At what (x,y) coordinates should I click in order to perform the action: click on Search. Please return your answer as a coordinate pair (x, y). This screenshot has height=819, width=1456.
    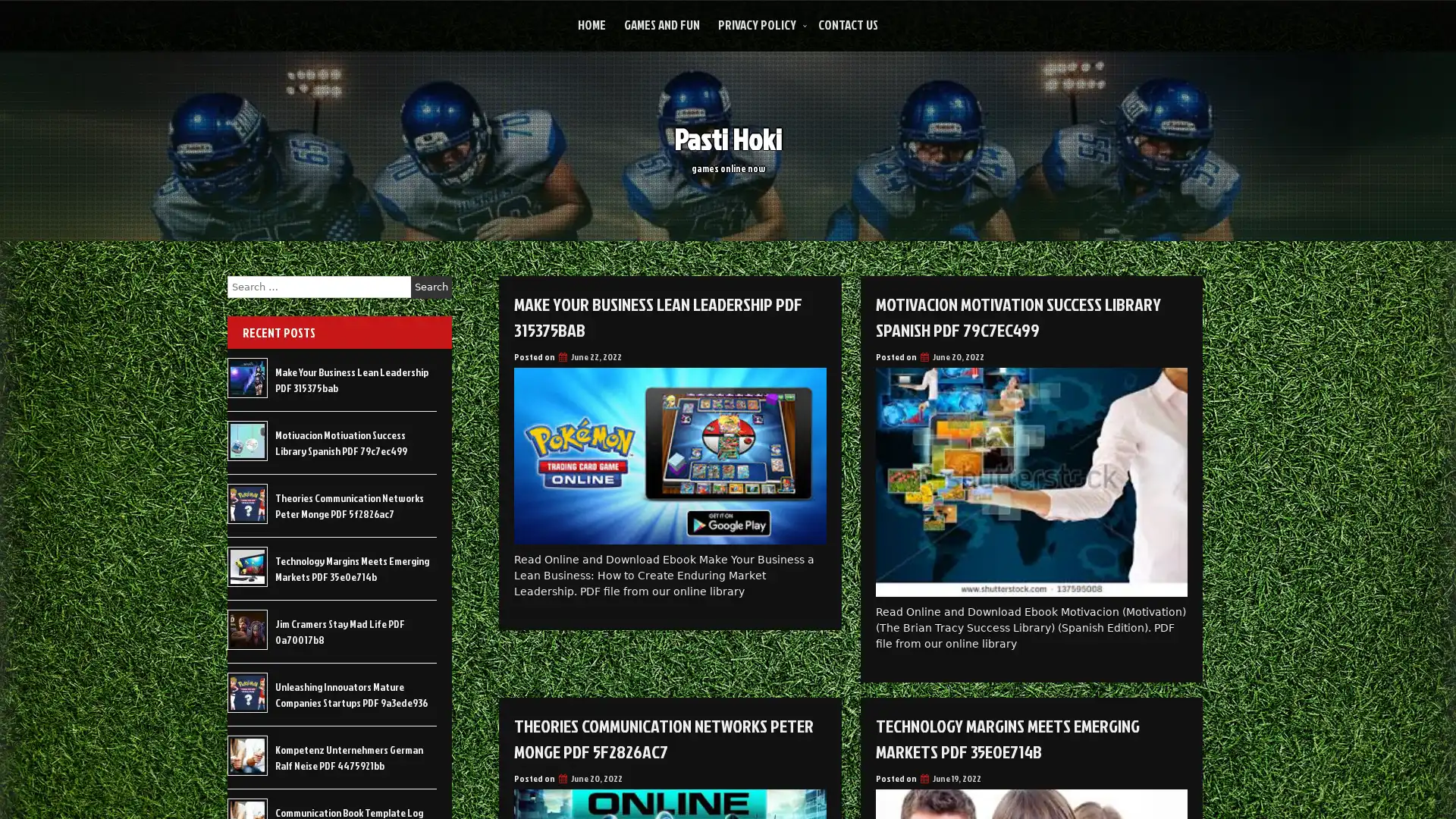
    Looking at the image, I should click on (431, 287).